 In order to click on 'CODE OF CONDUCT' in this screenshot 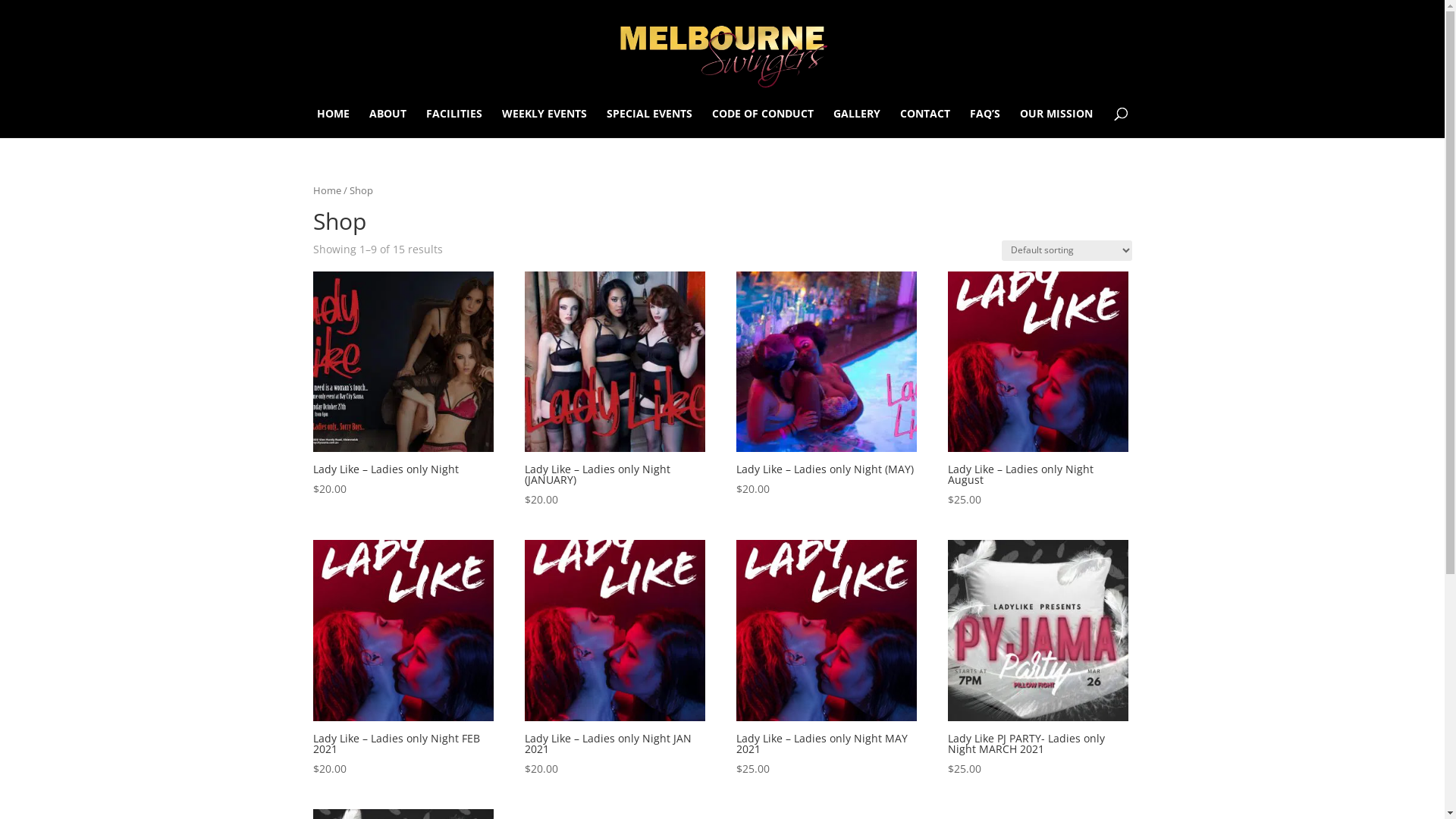, I will do `click(763, 122)`.